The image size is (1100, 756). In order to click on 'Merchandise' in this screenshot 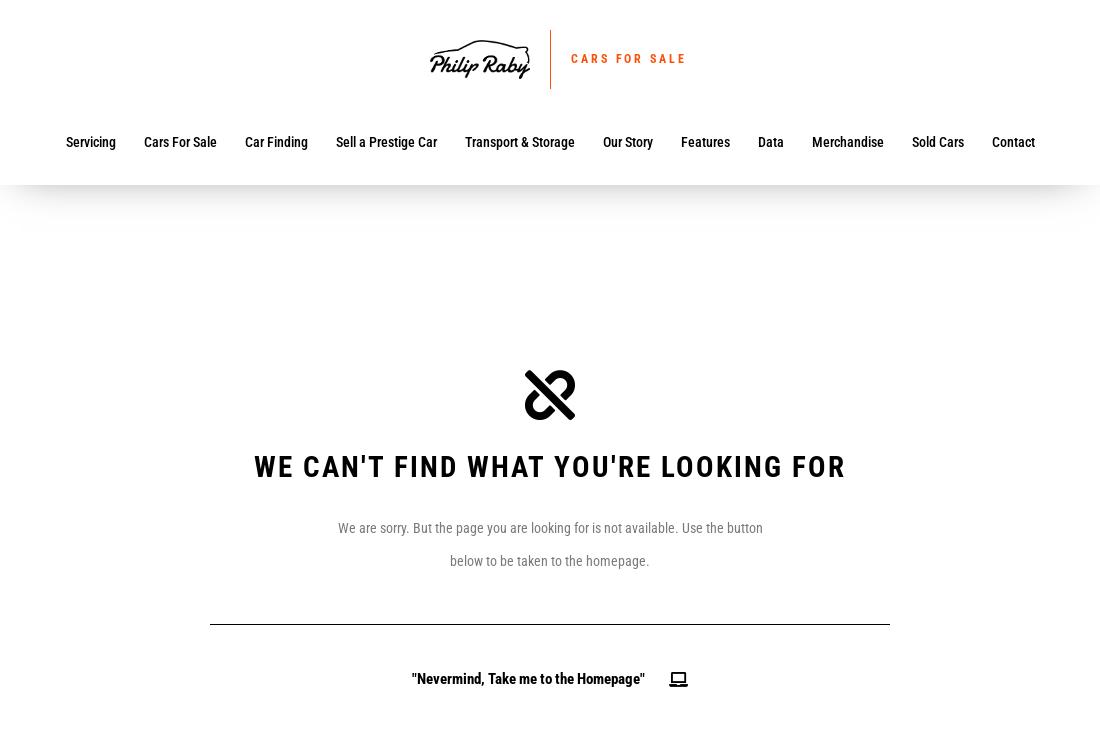, I will do `click(846, 141)`.